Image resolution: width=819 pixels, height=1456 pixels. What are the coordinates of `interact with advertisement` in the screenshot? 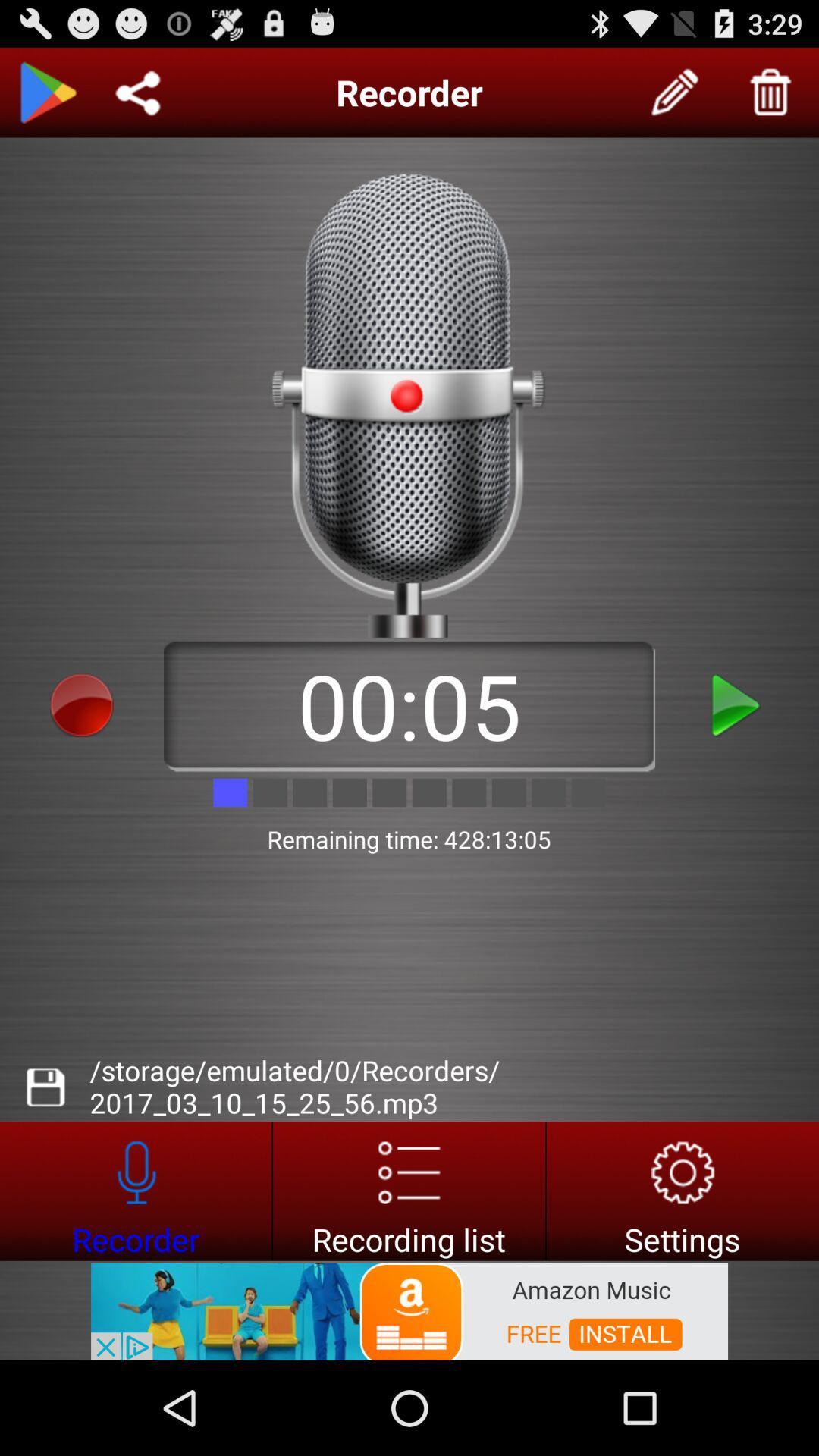 It's located at (409, 1310).